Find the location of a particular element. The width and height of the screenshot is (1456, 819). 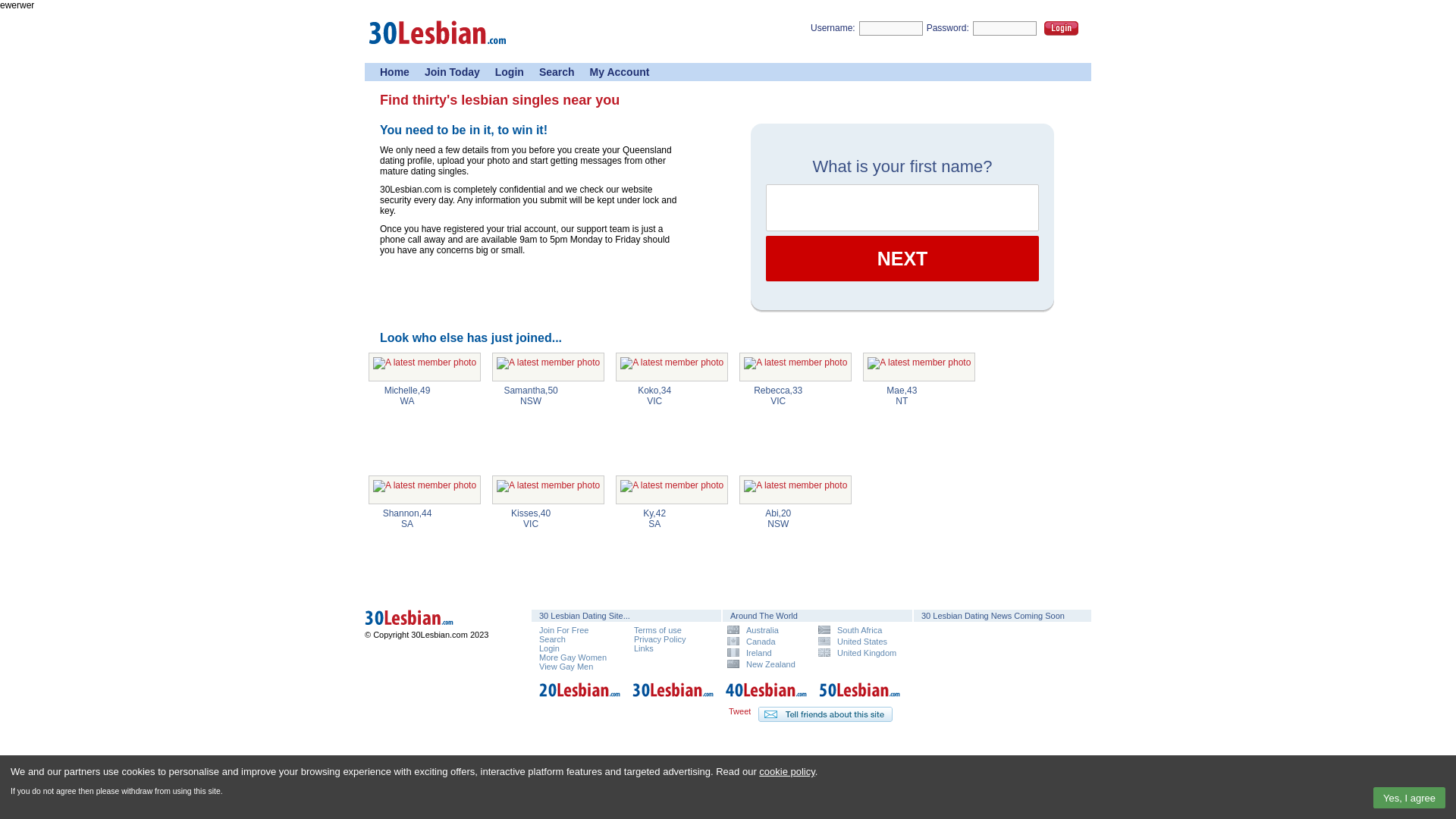

'30 Singles Dating' is located at coordinates (436, 49).